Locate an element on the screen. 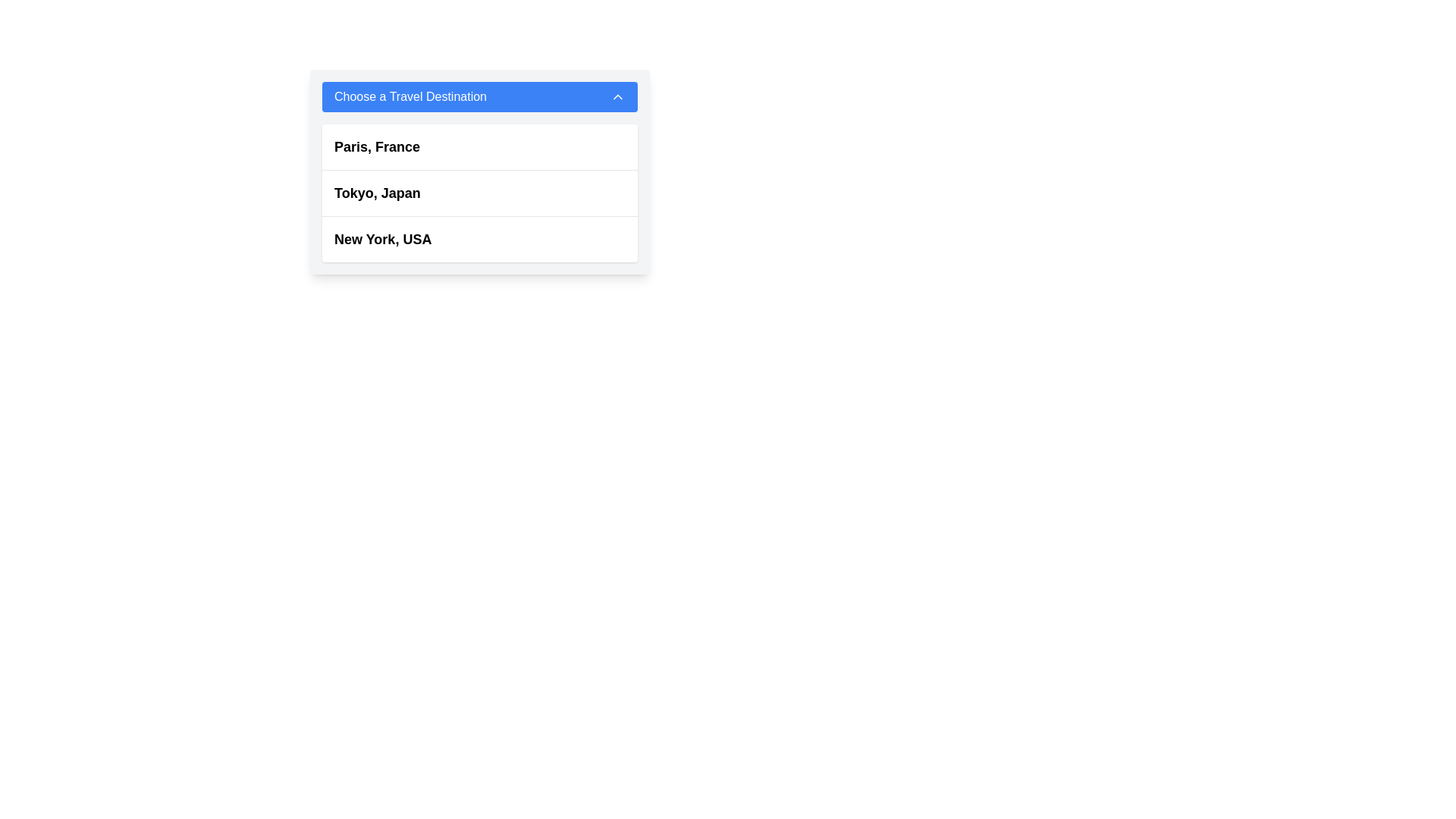 This screenshot has height=819, width=1456. the Dropdown-style selection menu for travel destinations is located at coordinates (479, 171).